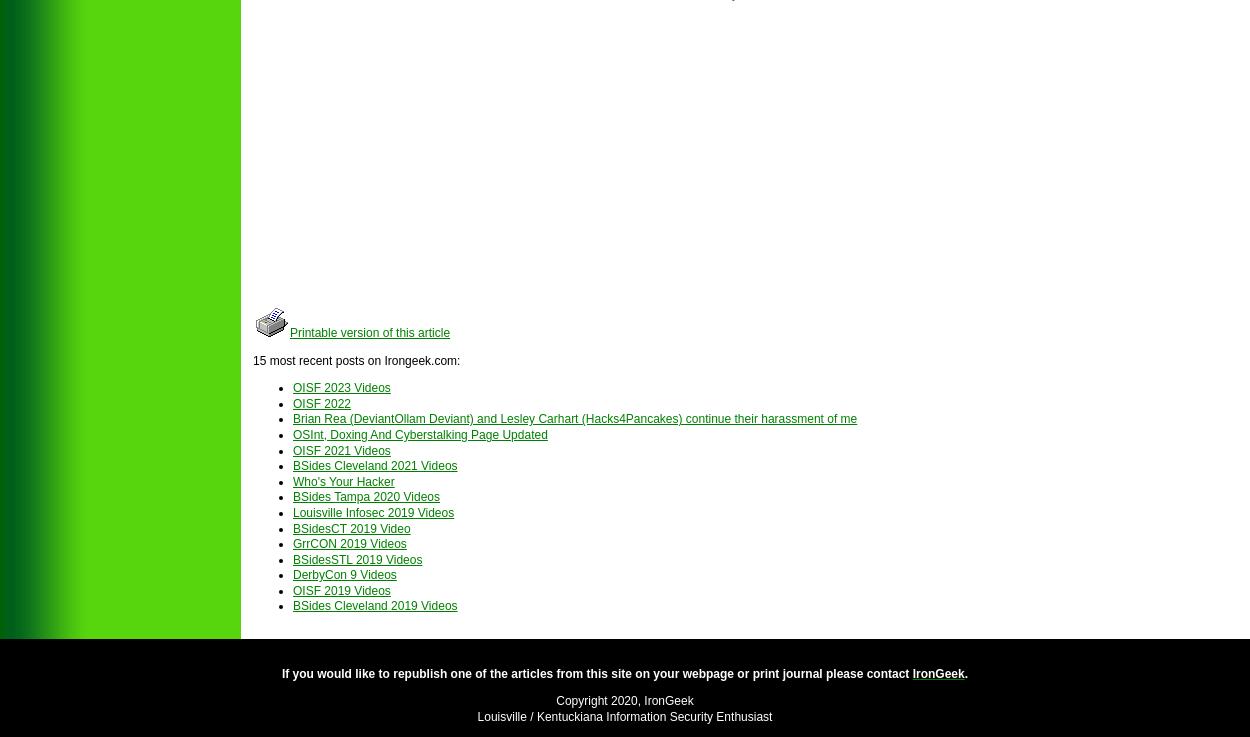  I want to click on 'DerbyCon 9 Videos', so click(343, 574).